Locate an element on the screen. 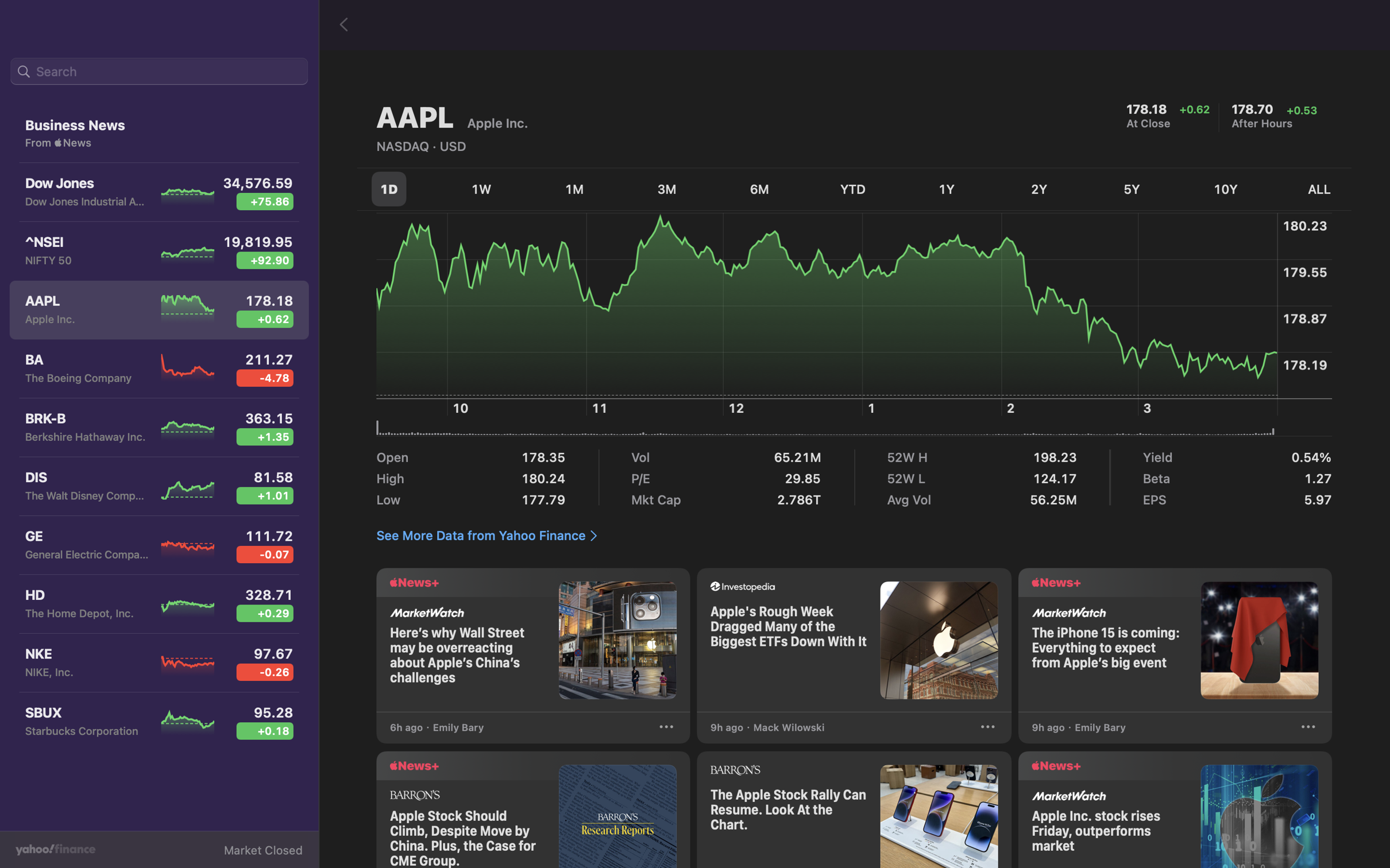  the "3 dots" button to reveal additional options is located at coordinates (1307, 728).